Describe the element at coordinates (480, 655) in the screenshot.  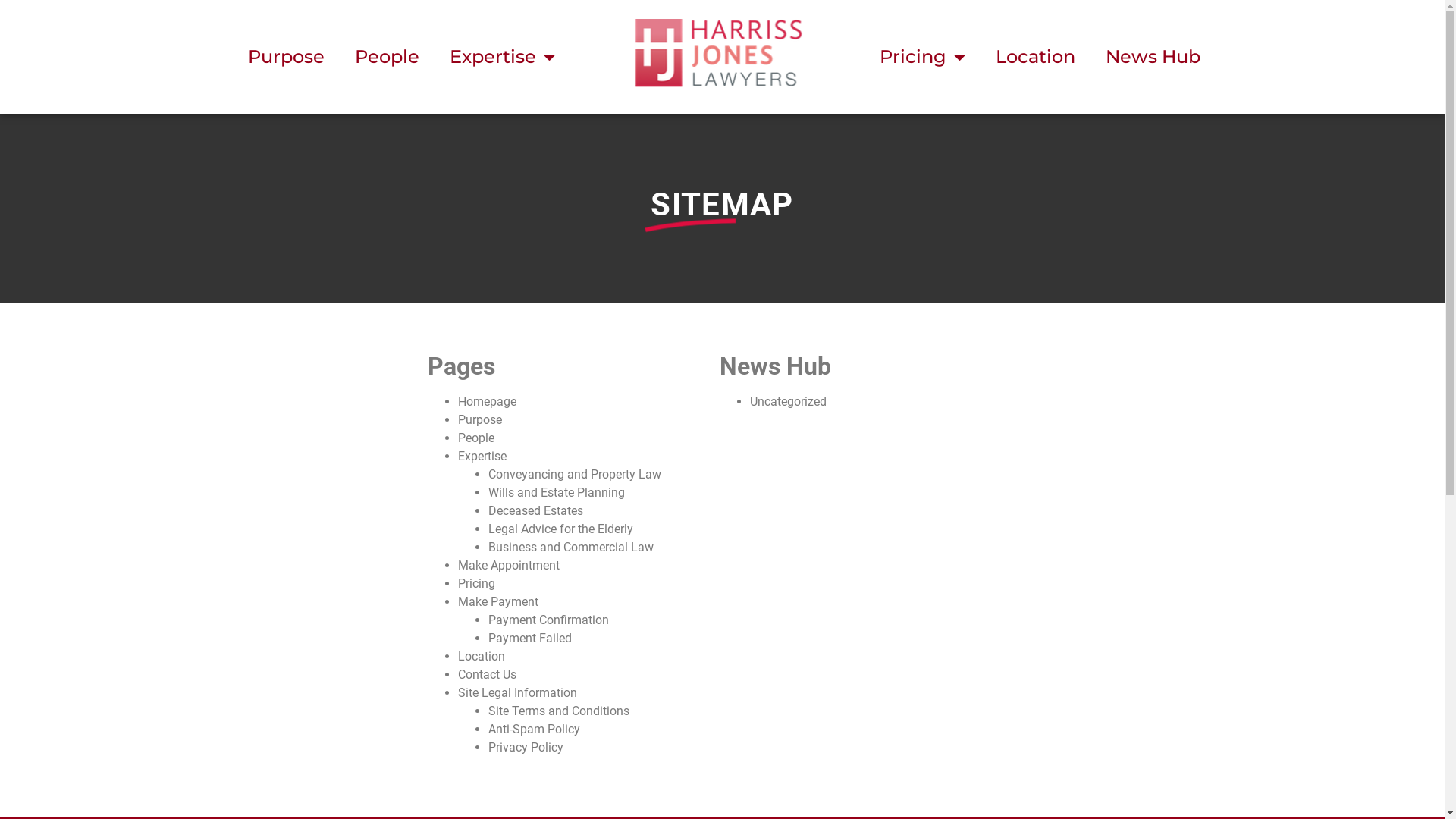
I see `'Location'` at that location.